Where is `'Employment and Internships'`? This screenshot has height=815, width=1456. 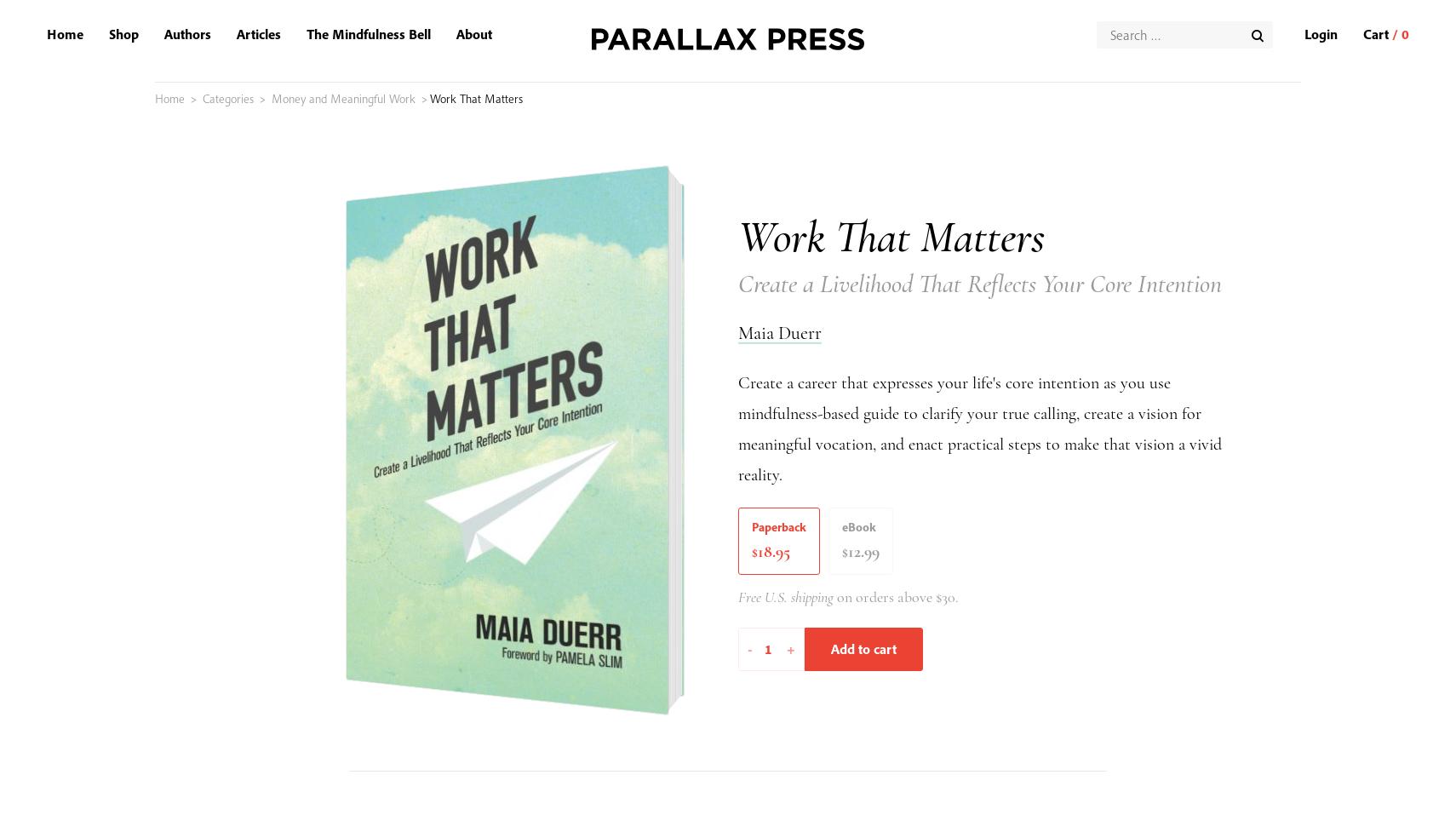
'Employment and Internships' is located at coordinates (209, 644).